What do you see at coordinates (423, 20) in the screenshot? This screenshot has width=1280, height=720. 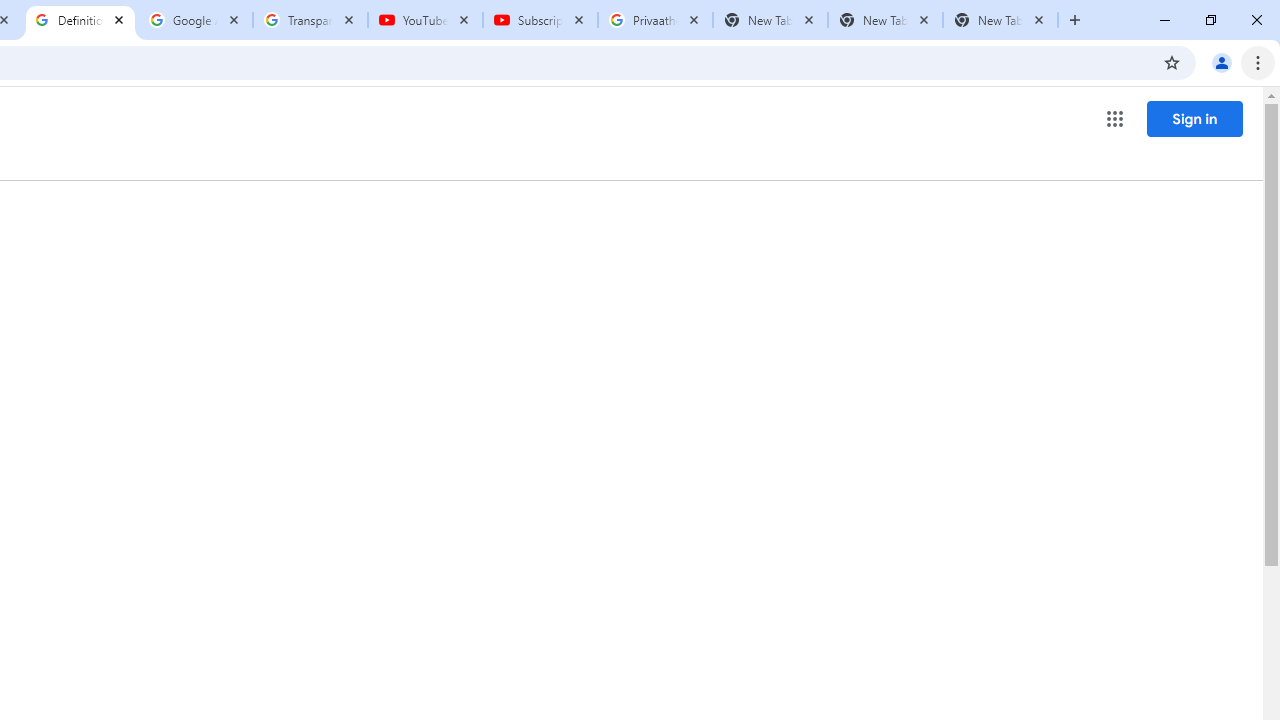 I see `'YouTube'` at bounding box center [423, 20].